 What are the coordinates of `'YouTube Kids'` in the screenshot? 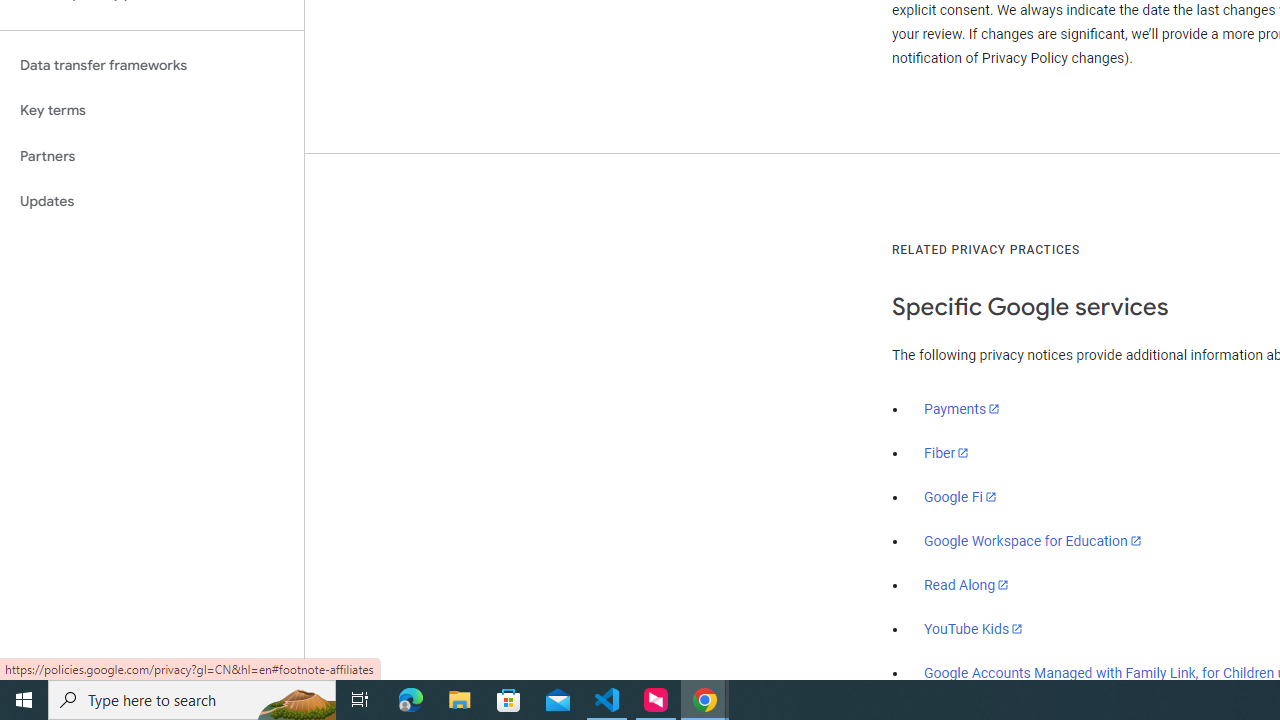 It's located at (974, 627).